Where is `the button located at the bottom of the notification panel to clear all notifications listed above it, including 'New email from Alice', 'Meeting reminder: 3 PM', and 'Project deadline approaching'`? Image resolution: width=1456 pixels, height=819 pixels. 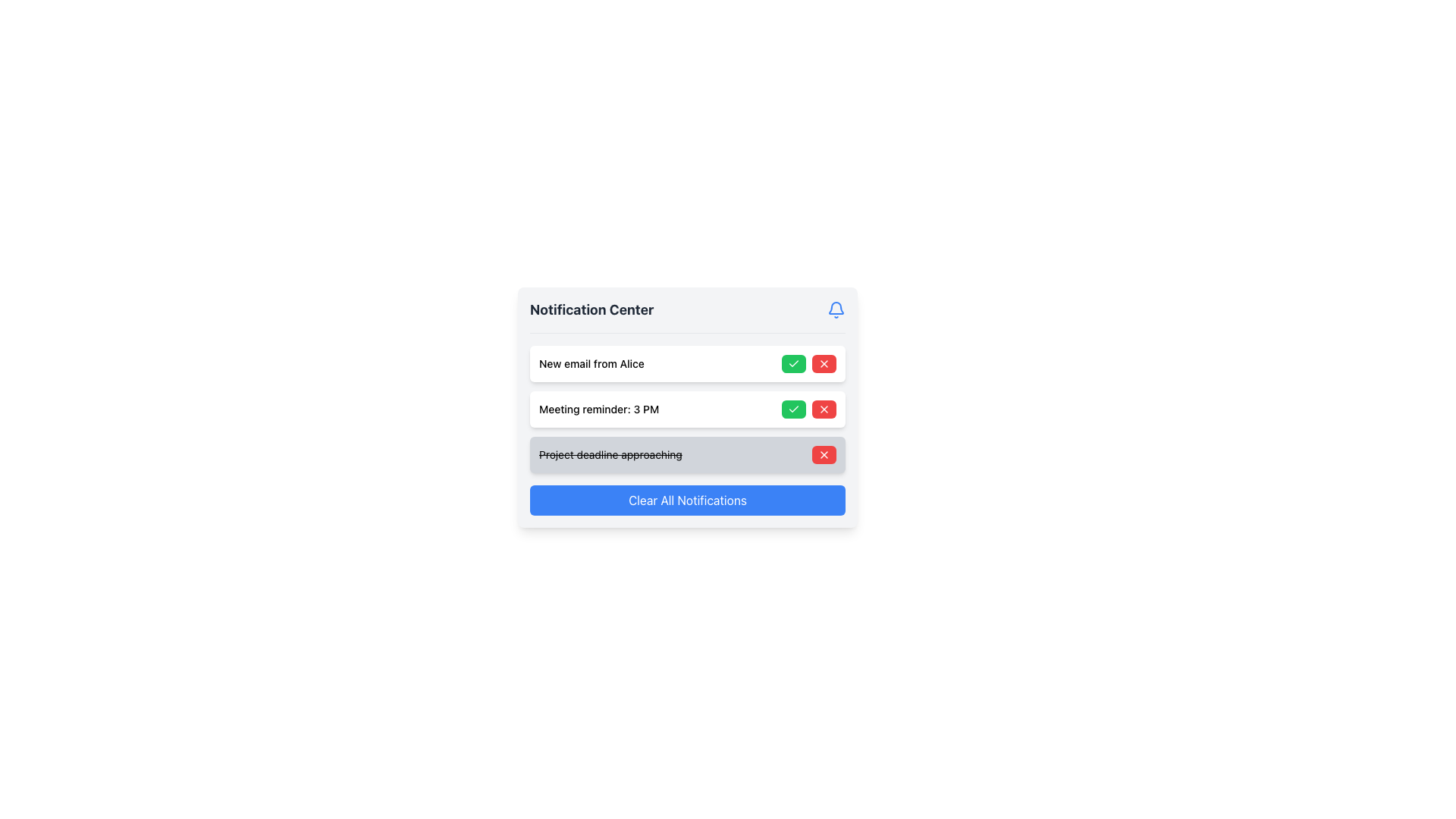 the button located at the bottom of the notification panel to clear all notifications listed above it, including 'New email from Alice', 'Meeting reminder: 3 PM', and 'Project deadline approaching' is located at coordinates (687, 500).